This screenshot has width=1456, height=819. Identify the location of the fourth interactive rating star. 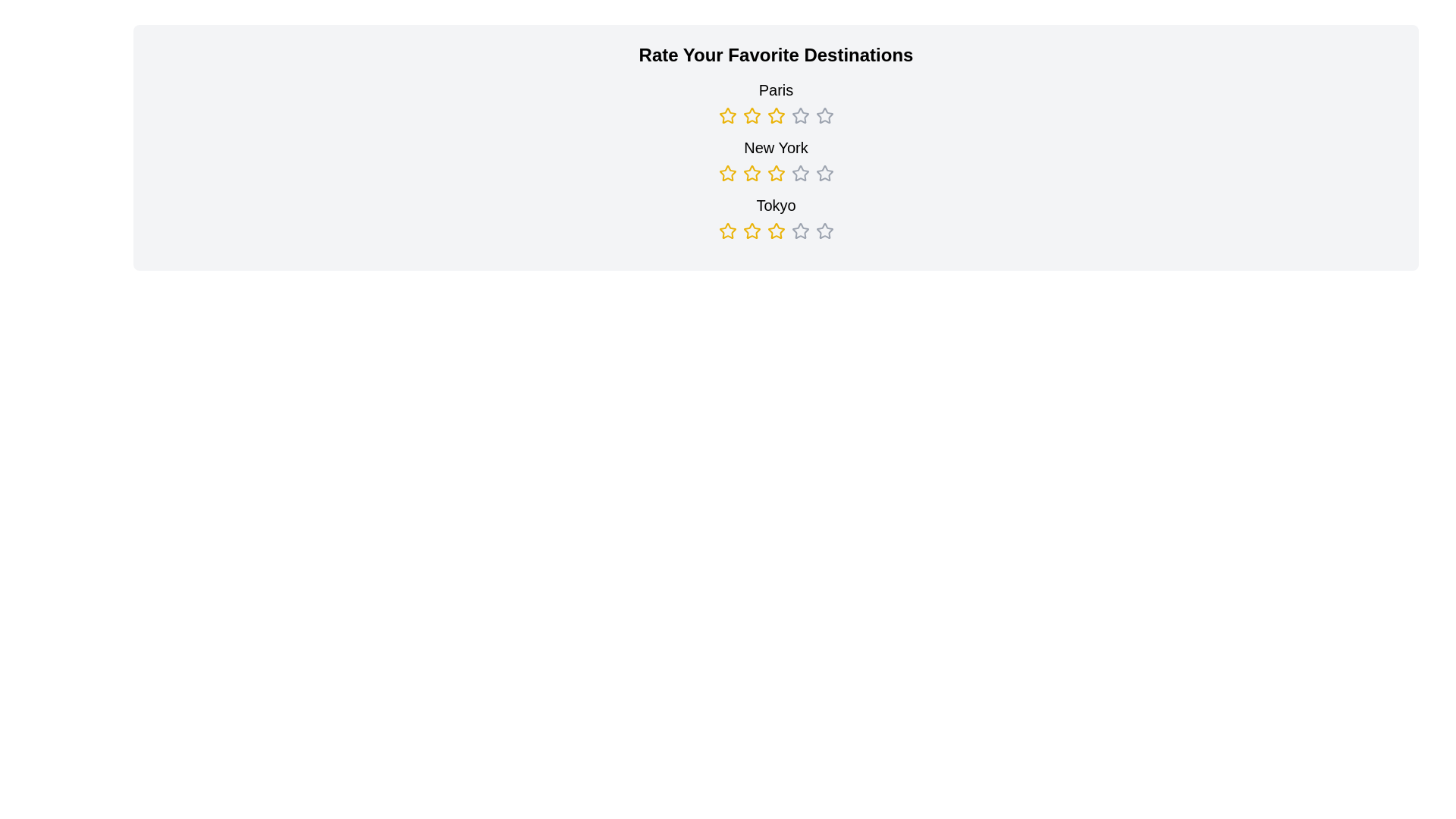
(799, 231).